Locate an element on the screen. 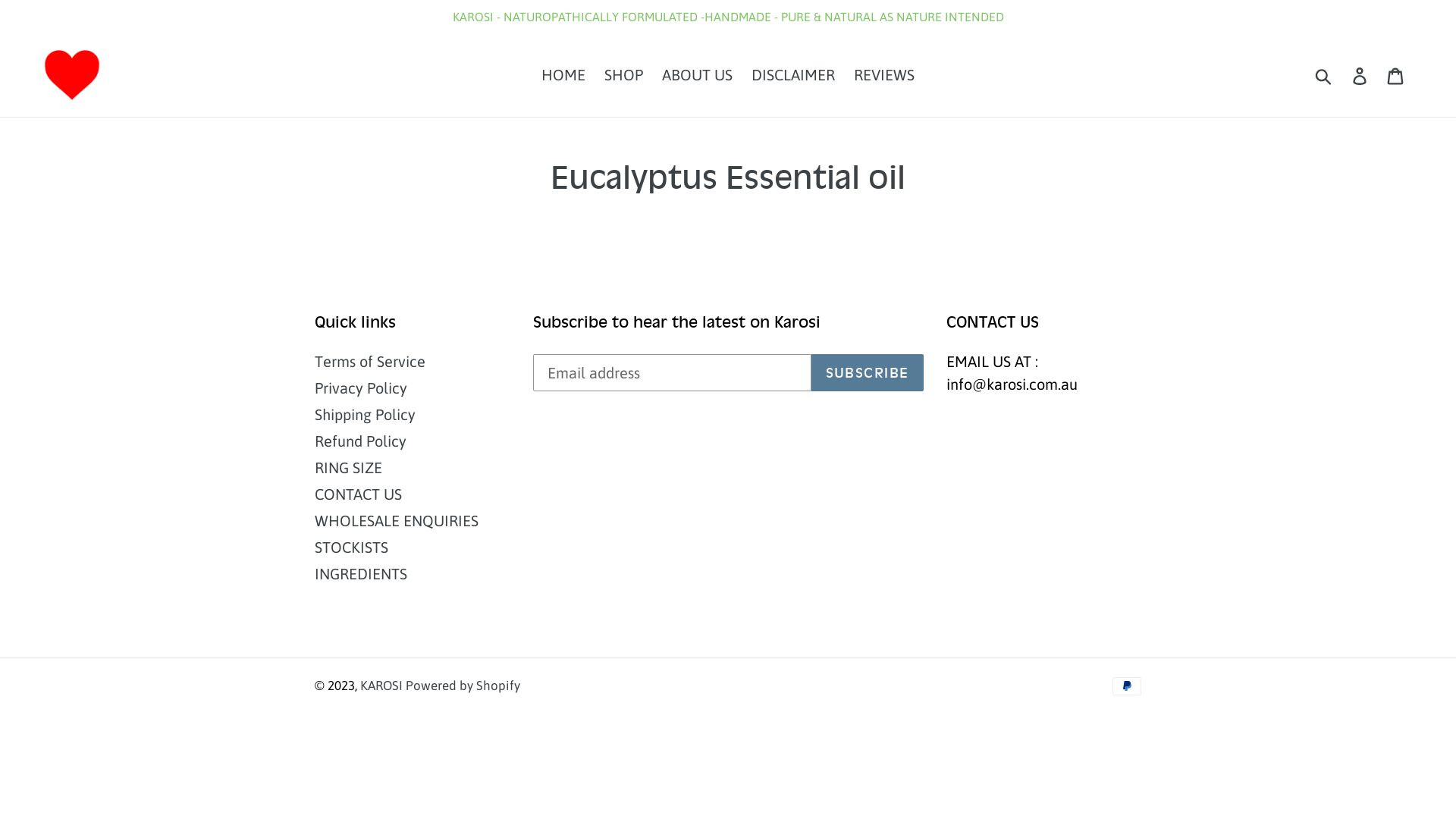 This screenshot has width=1456, height=819. 'WHOLESALE ENQUIRIES' is located at coordinates (397, 519).